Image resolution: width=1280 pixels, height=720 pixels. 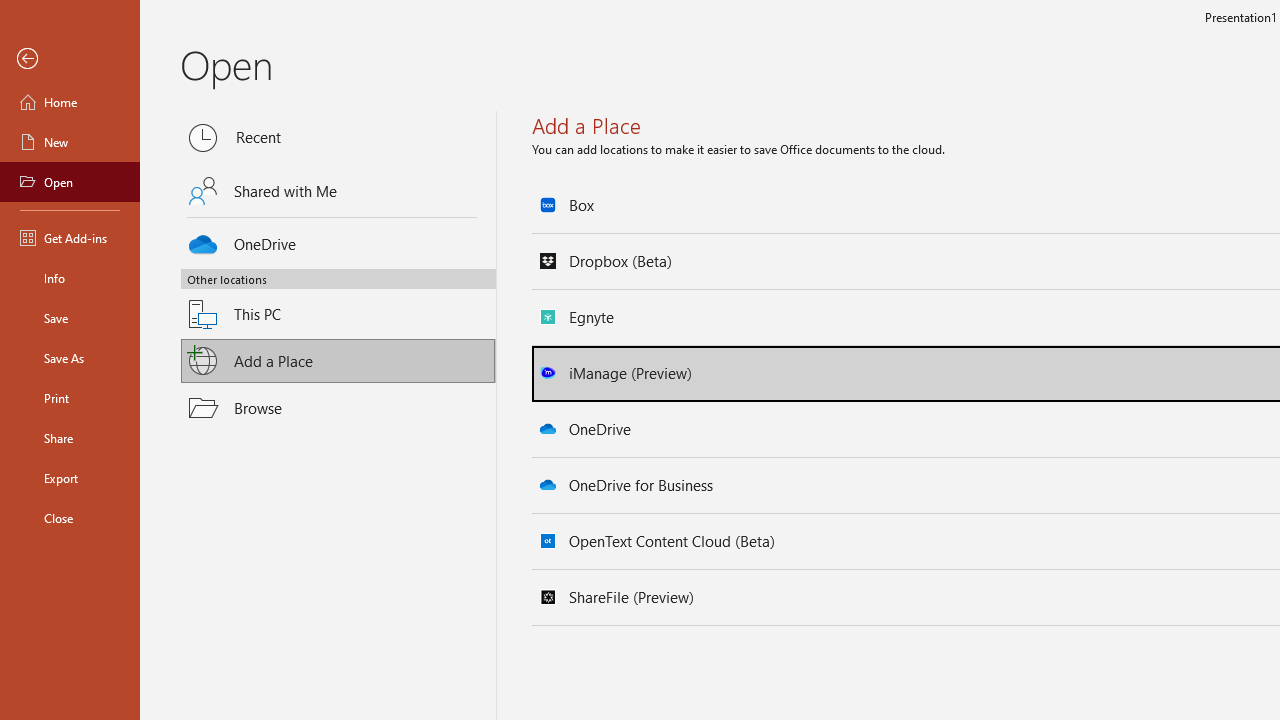 I want to click on 'Add a Place', so click(x=338, y=361).